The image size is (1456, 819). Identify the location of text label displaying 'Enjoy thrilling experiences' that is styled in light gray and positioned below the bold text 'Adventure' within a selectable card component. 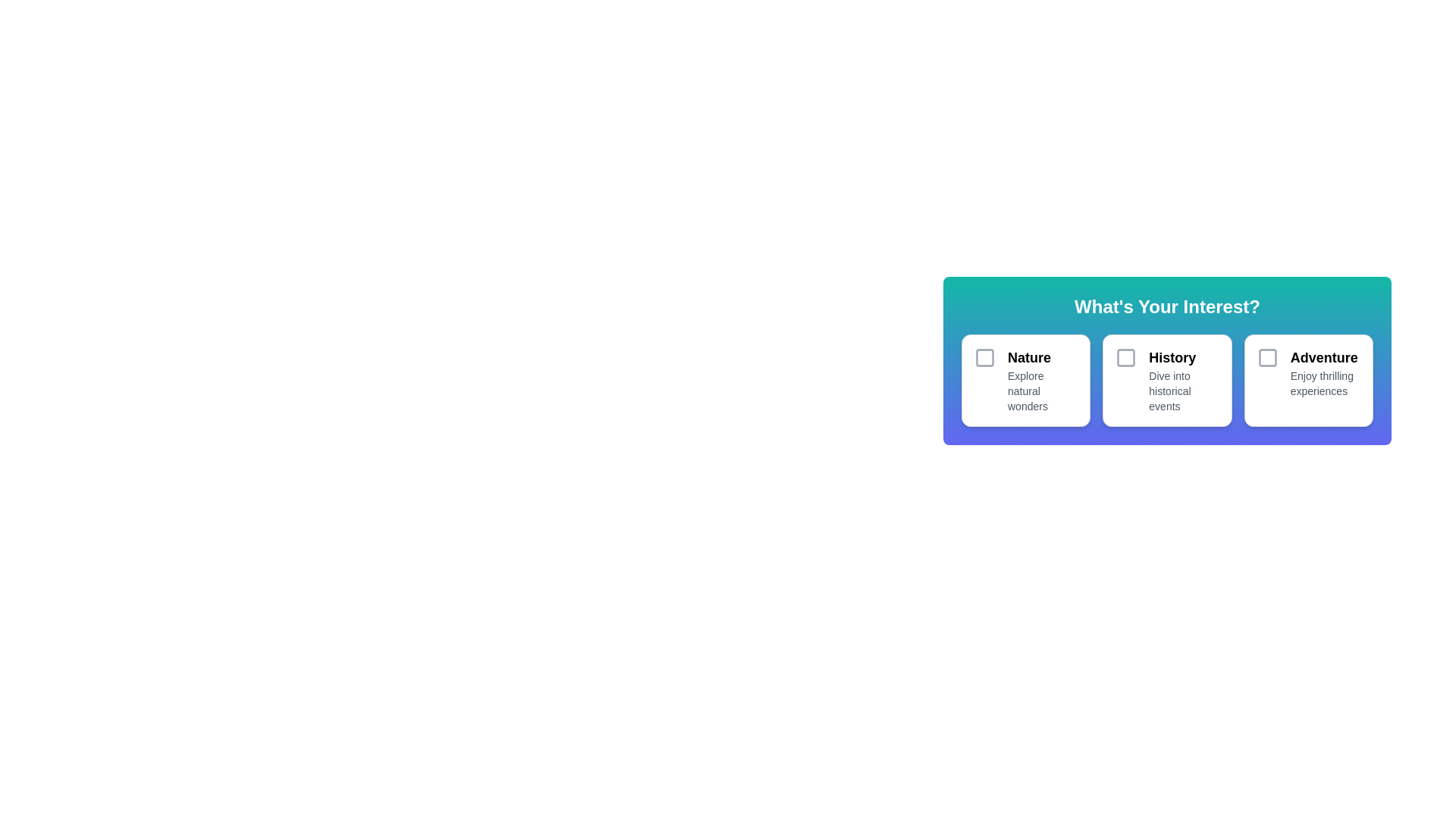
(1324, 382).